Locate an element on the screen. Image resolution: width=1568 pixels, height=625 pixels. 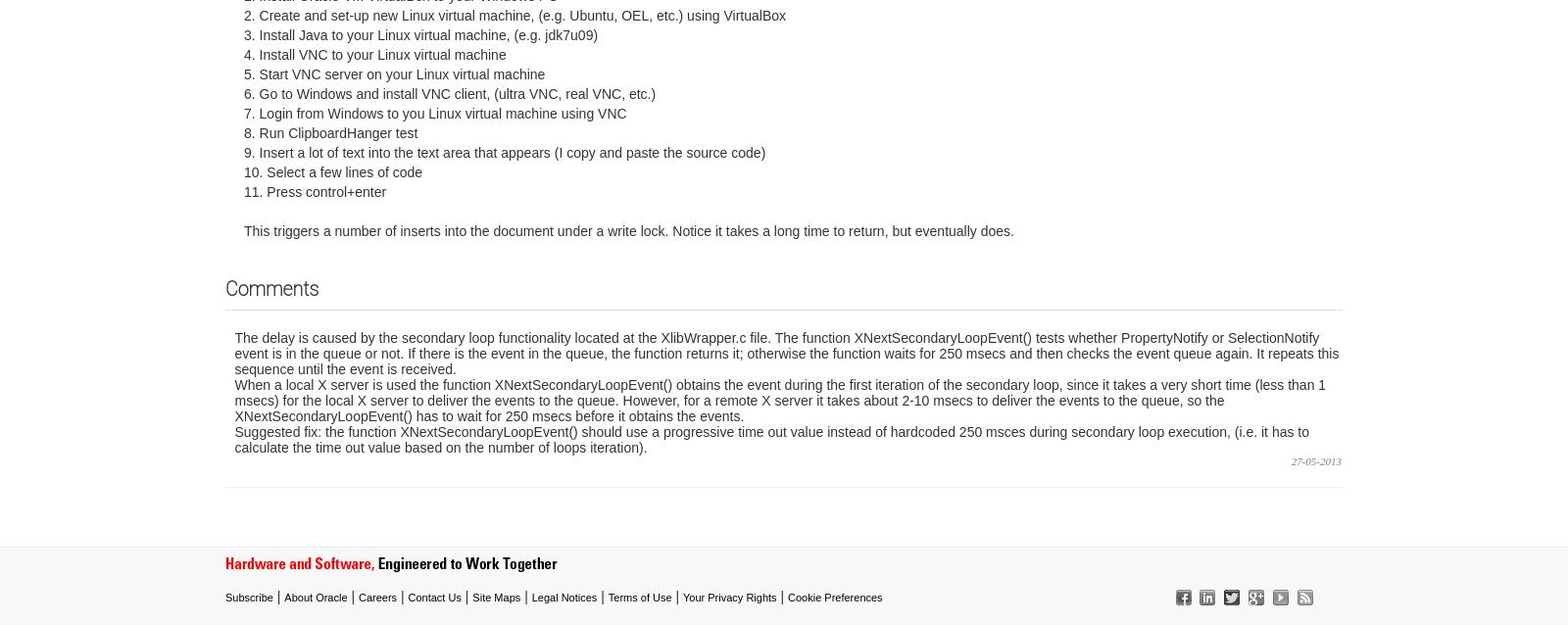
'Terms of Use' is located at coordinates (639, 595).